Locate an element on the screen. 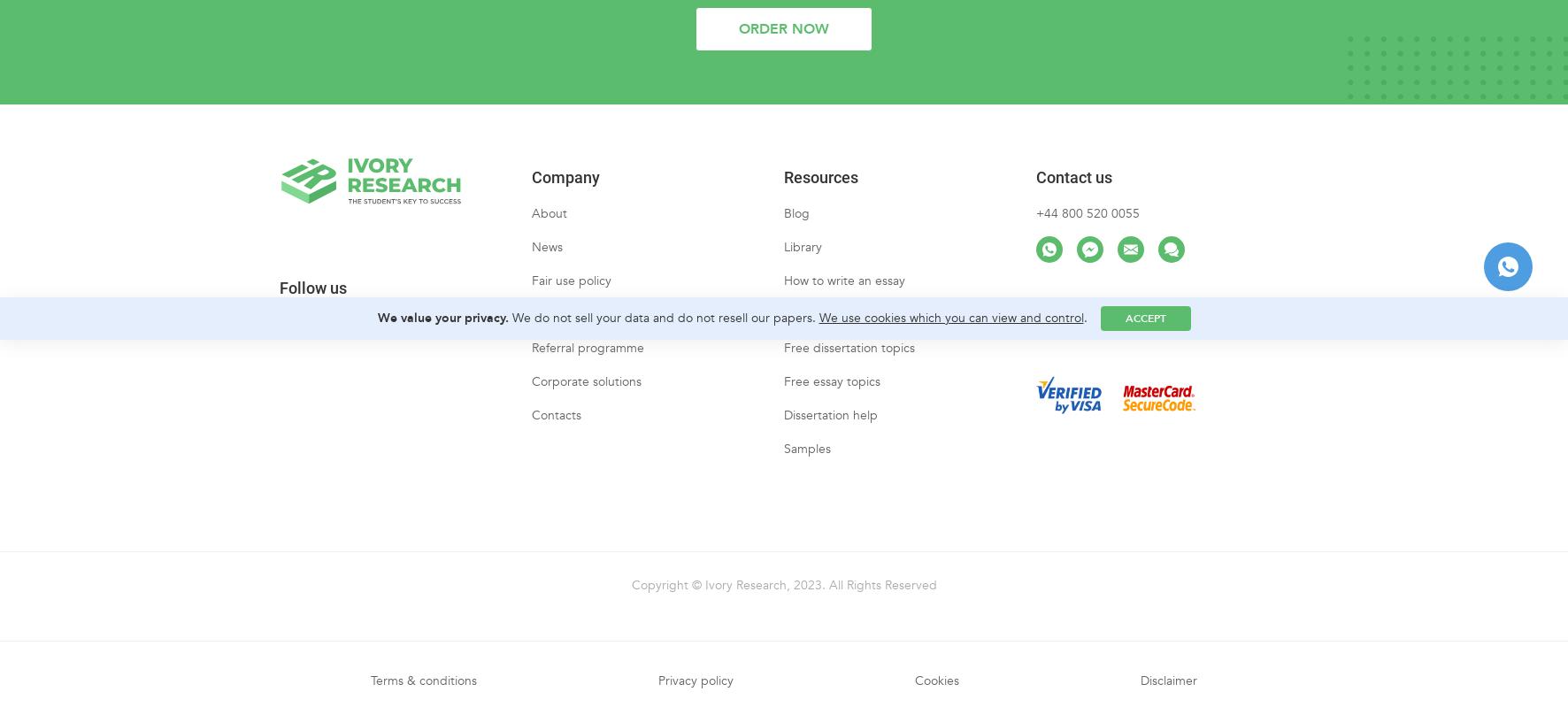 Image resolution: width=1568 pixels, height=715 pixels. 'Follow us' is located at coordinates (278, 303).